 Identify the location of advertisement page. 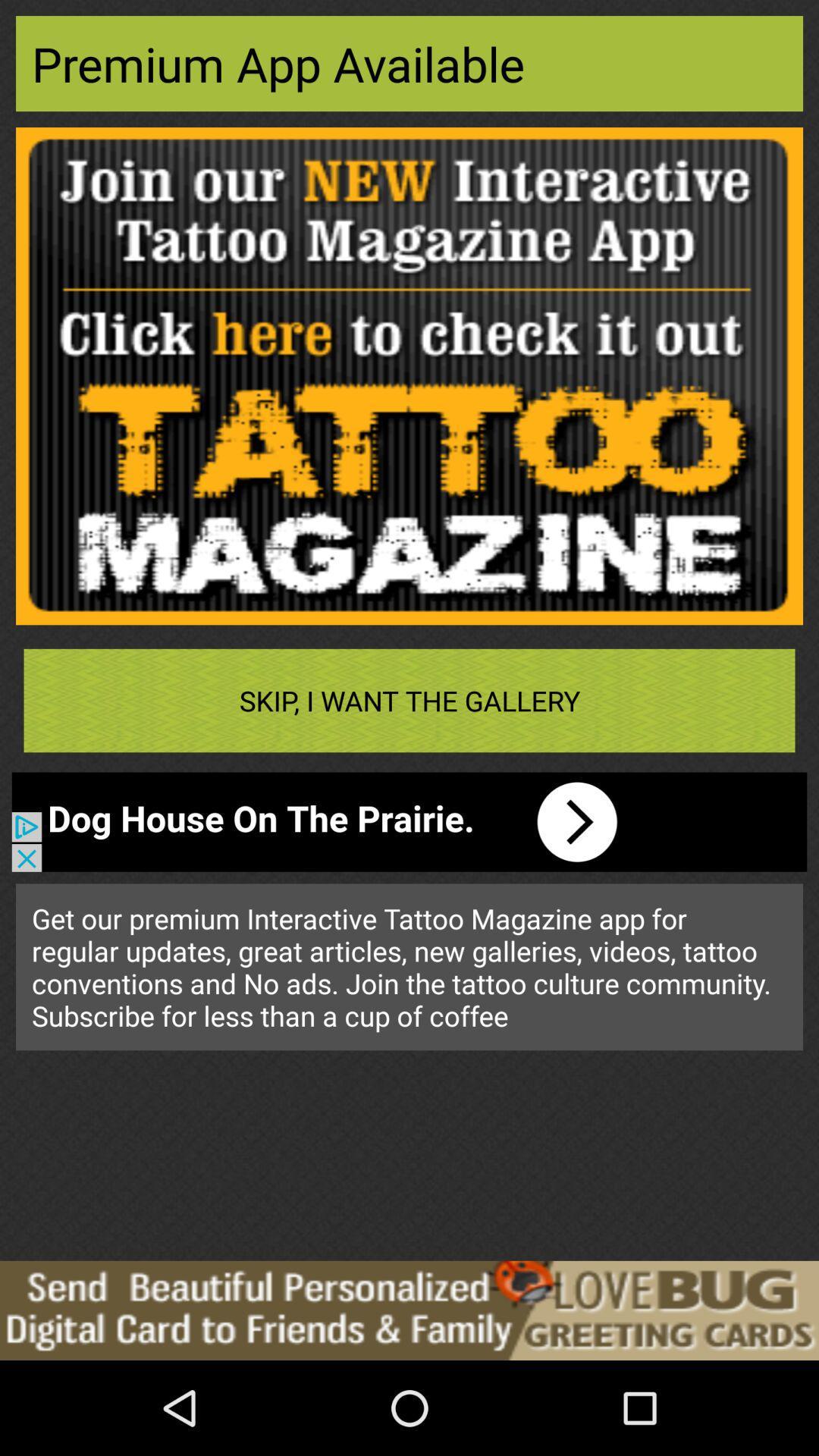
(409, 376).